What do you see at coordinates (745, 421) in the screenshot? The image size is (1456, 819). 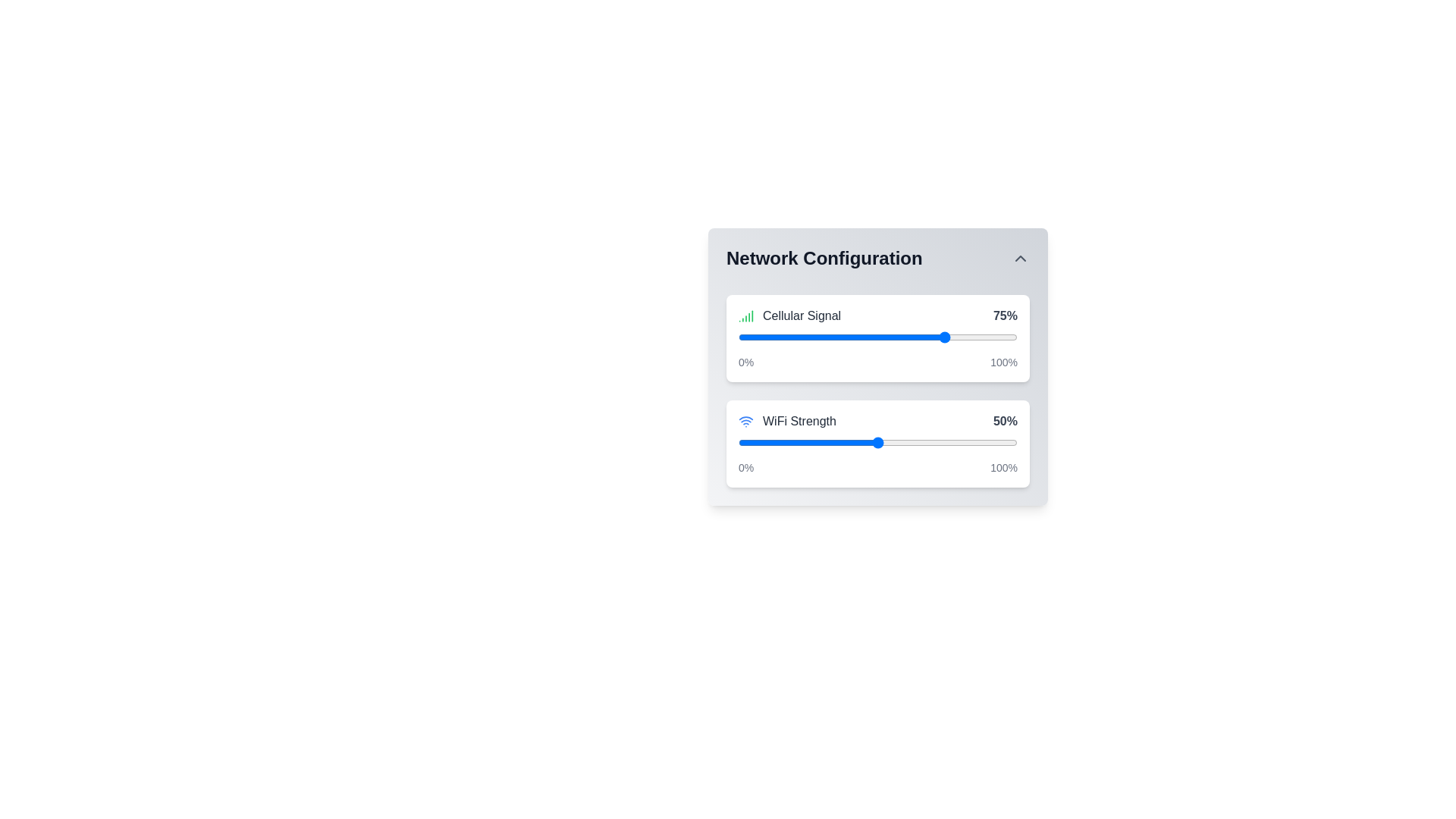 I see `the WiFi signal icon, which is blue and represents signal waves, located to the left of the 'WiFi Strength' label in the network configuration section` at bounding box center [745, 421].